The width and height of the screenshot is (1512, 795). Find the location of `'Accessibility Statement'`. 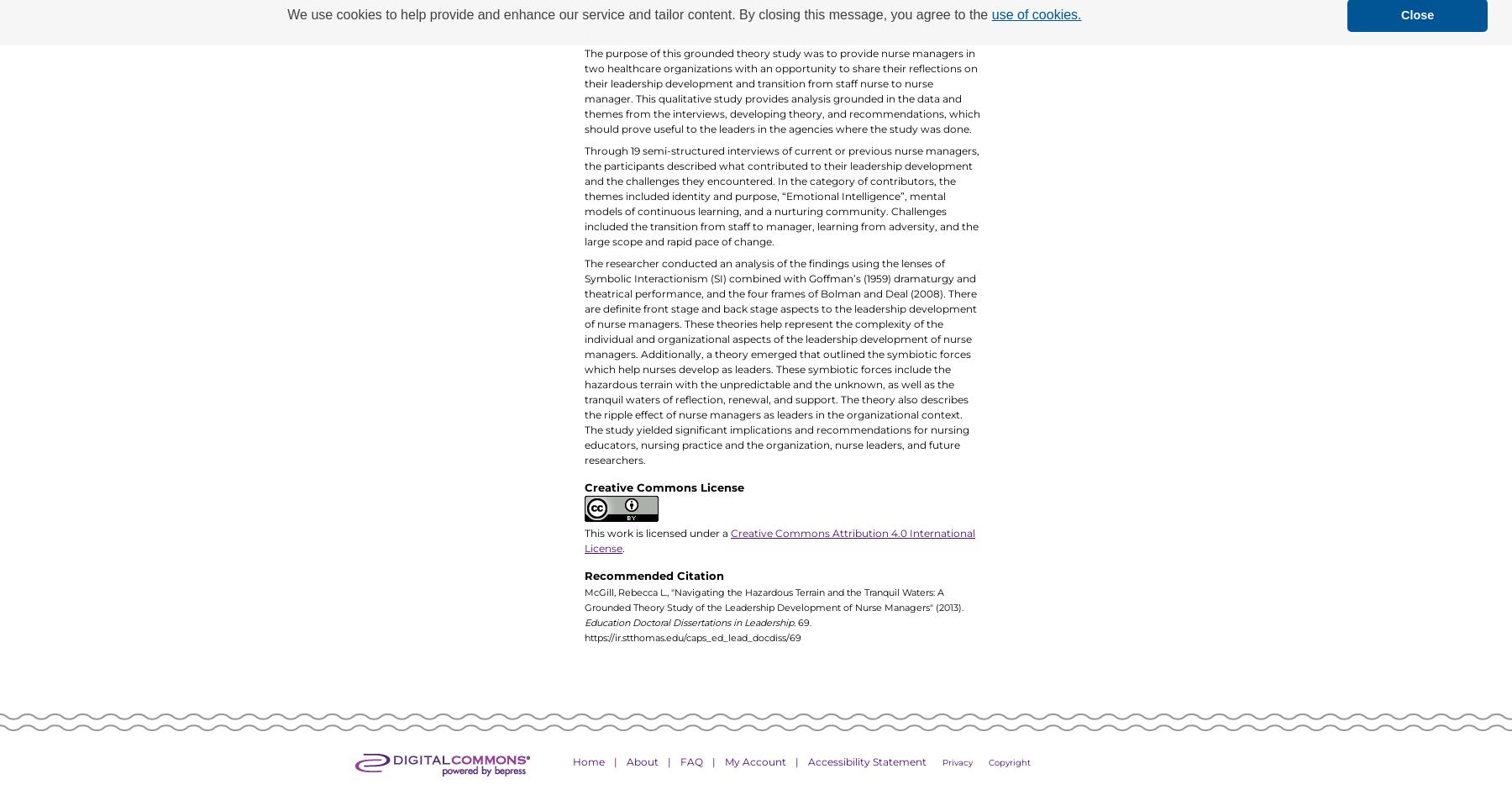

'Accessibility Statement' is located at coordinates (868, 760).